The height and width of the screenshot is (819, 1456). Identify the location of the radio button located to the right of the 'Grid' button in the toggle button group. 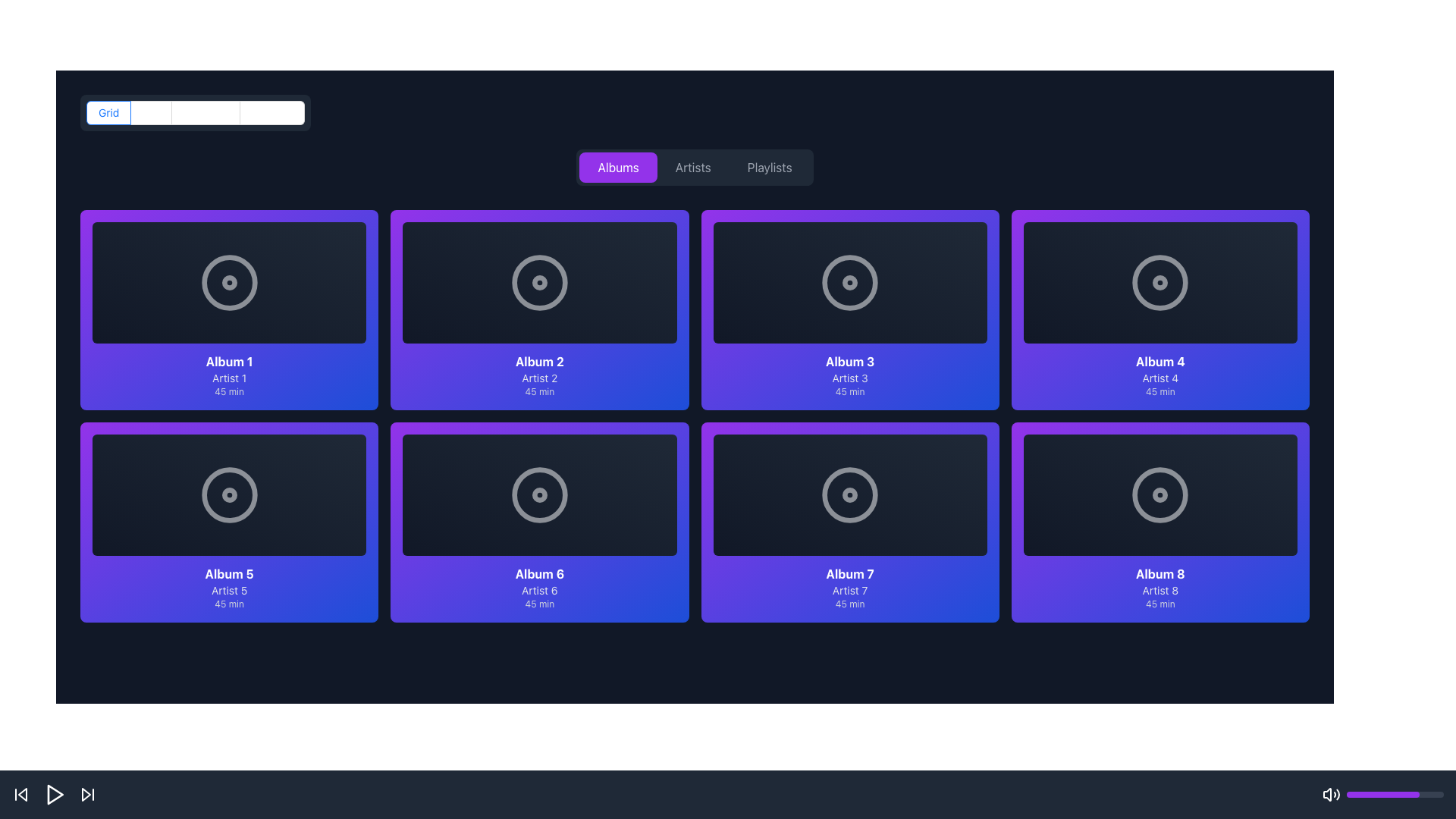
(205, 112).